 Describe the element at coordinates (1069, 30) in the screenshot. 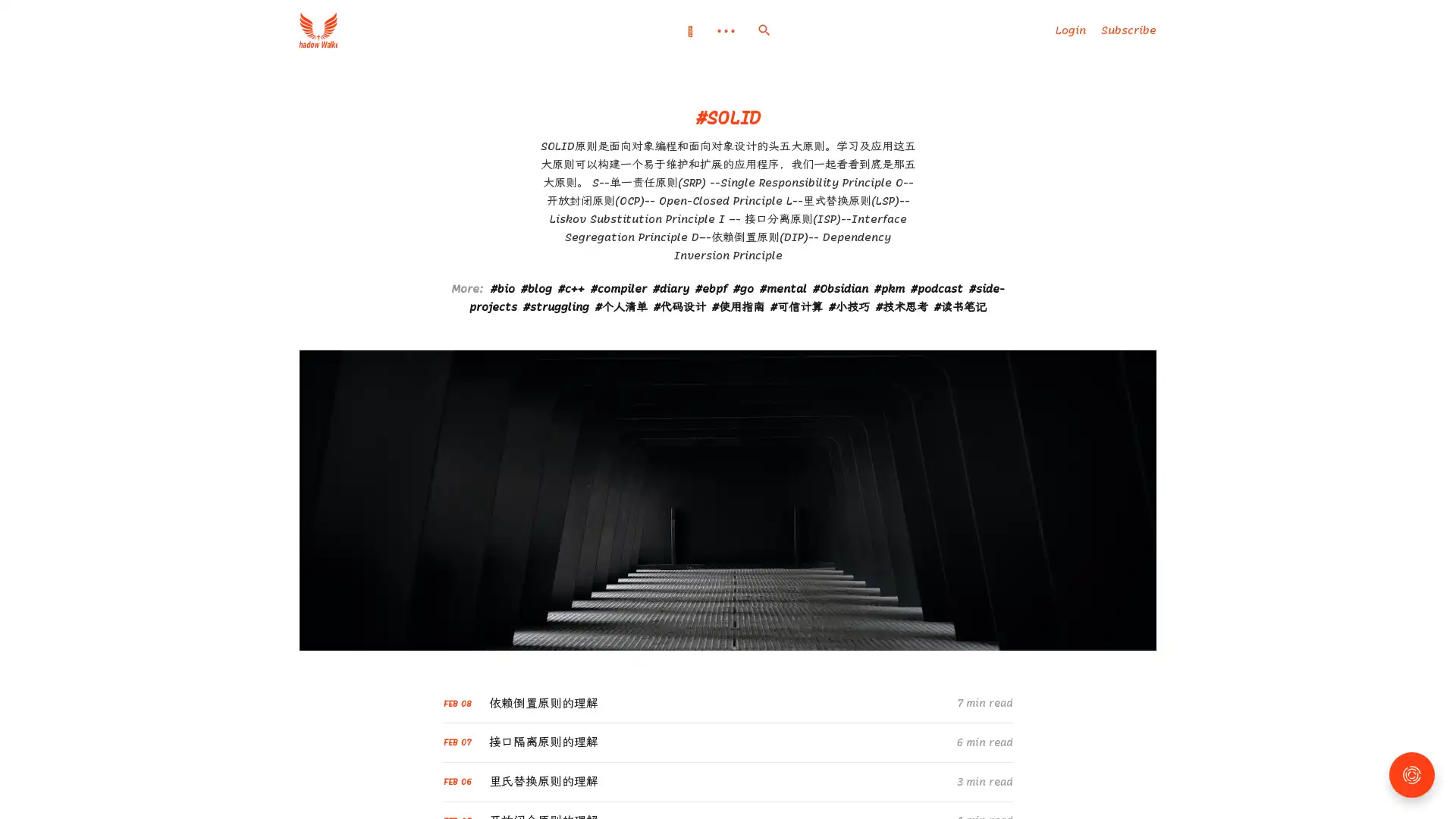

I see `Login` at that location.